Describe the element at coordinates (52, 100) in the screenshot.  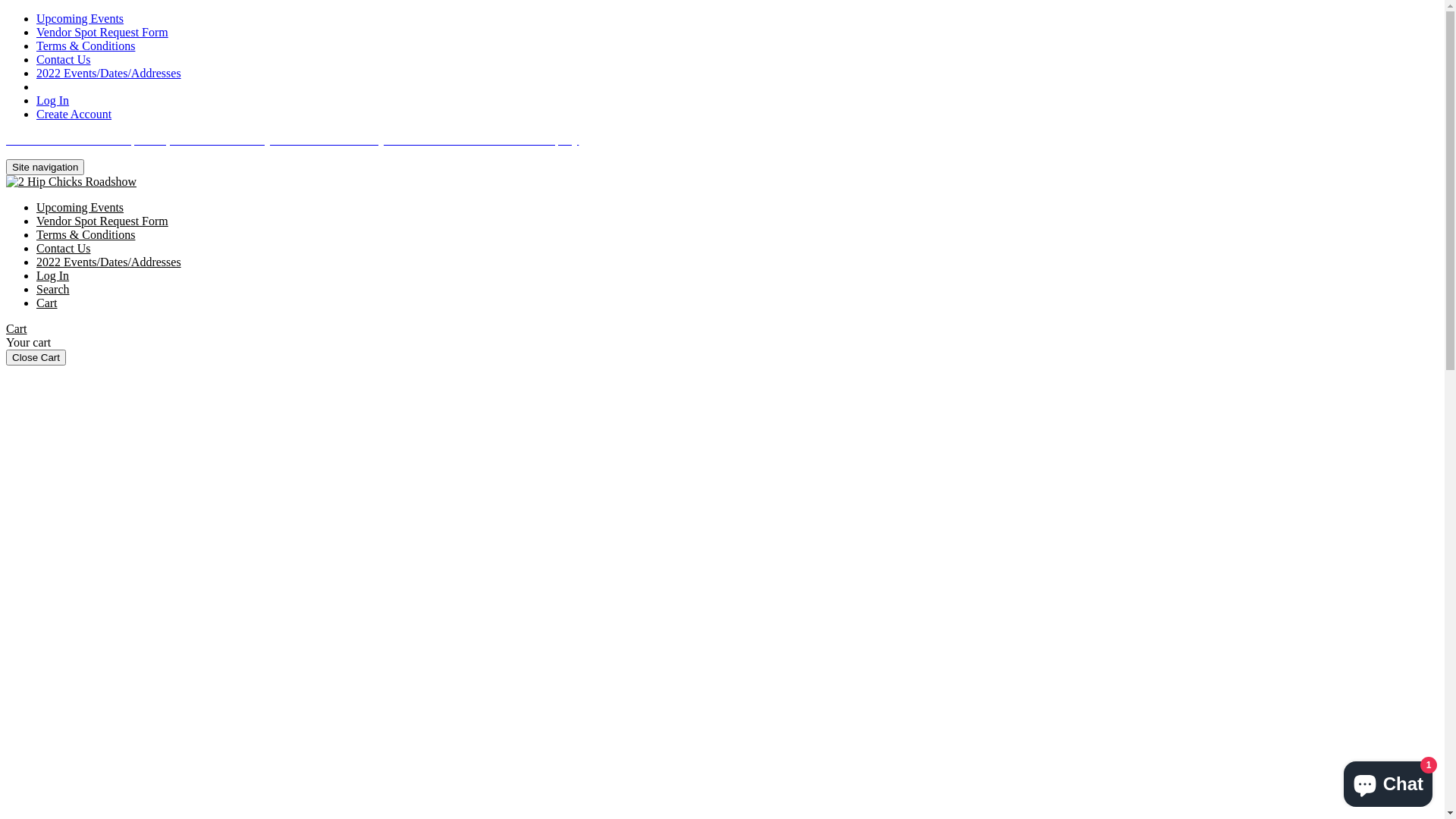
I see `'Log In'` at that location.